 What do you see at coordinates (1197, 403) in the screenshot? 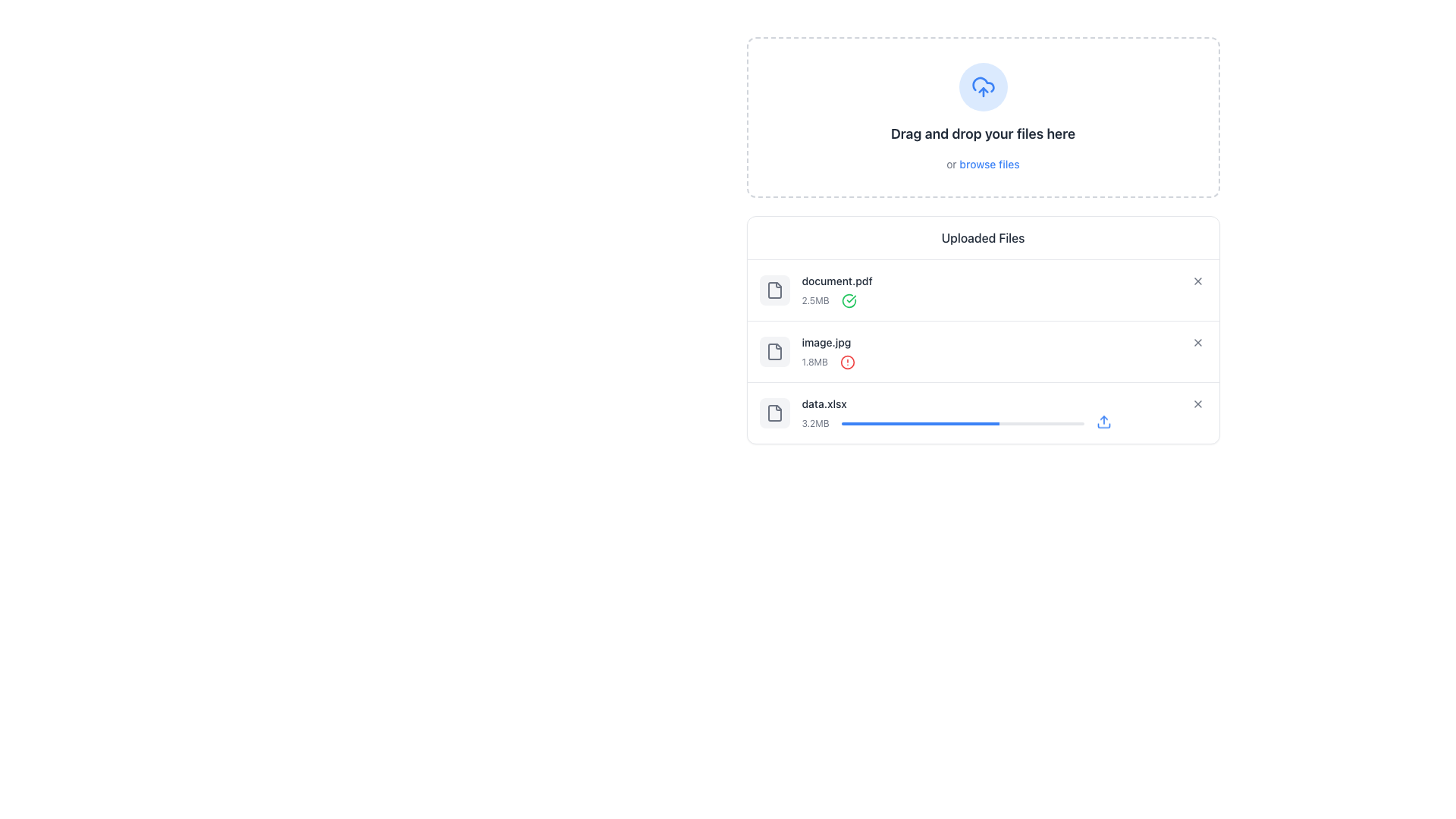
I see `the circular button at the right end of the entry for the file named 'data.xlsx'` at bounding box center [1197, 403].